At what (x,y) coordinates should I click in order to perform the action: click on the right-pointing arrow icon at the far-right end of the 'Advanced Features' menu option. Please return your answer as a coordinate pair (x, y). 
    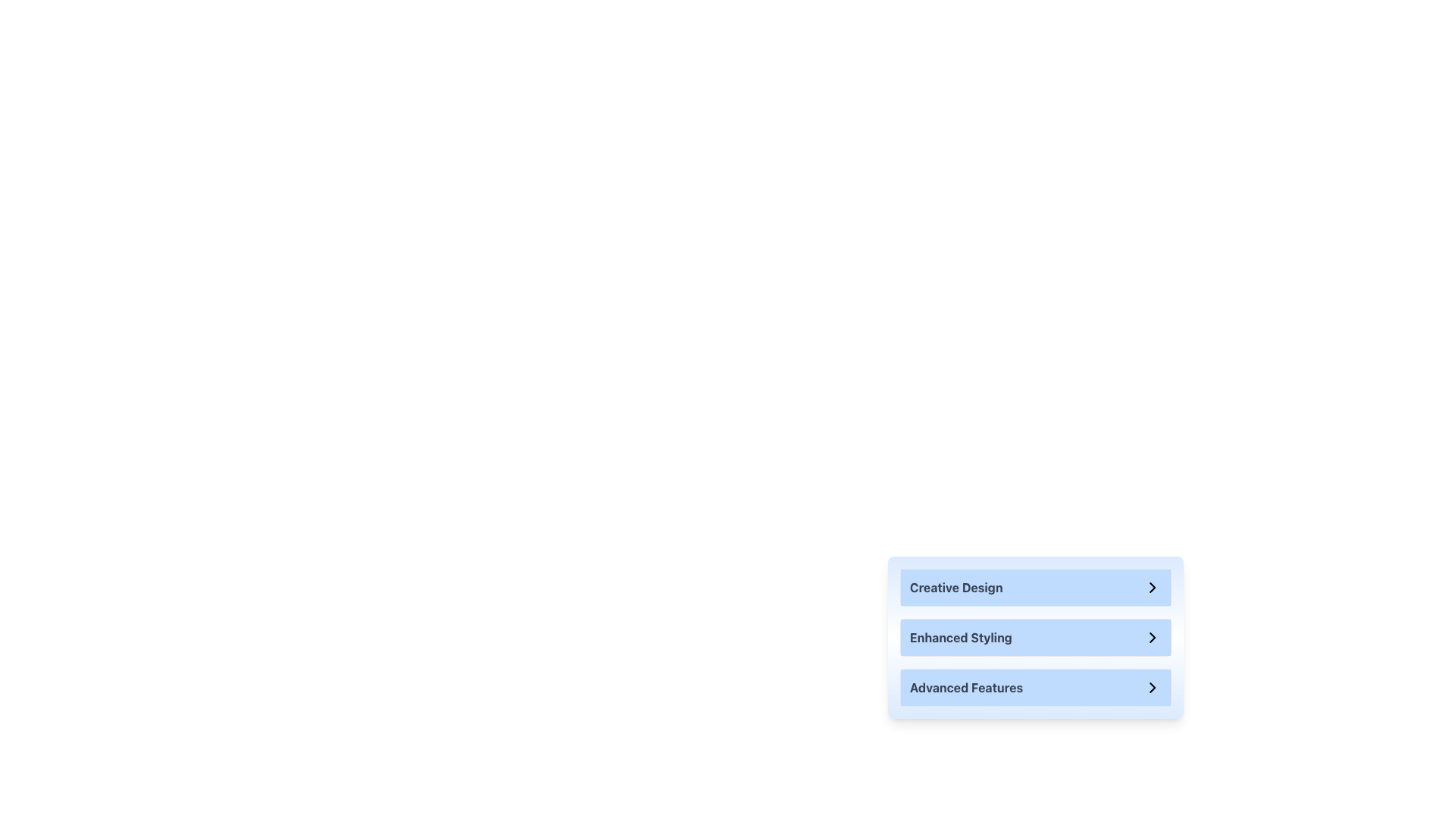
    Looking at the image, I should click on (1153, 687).